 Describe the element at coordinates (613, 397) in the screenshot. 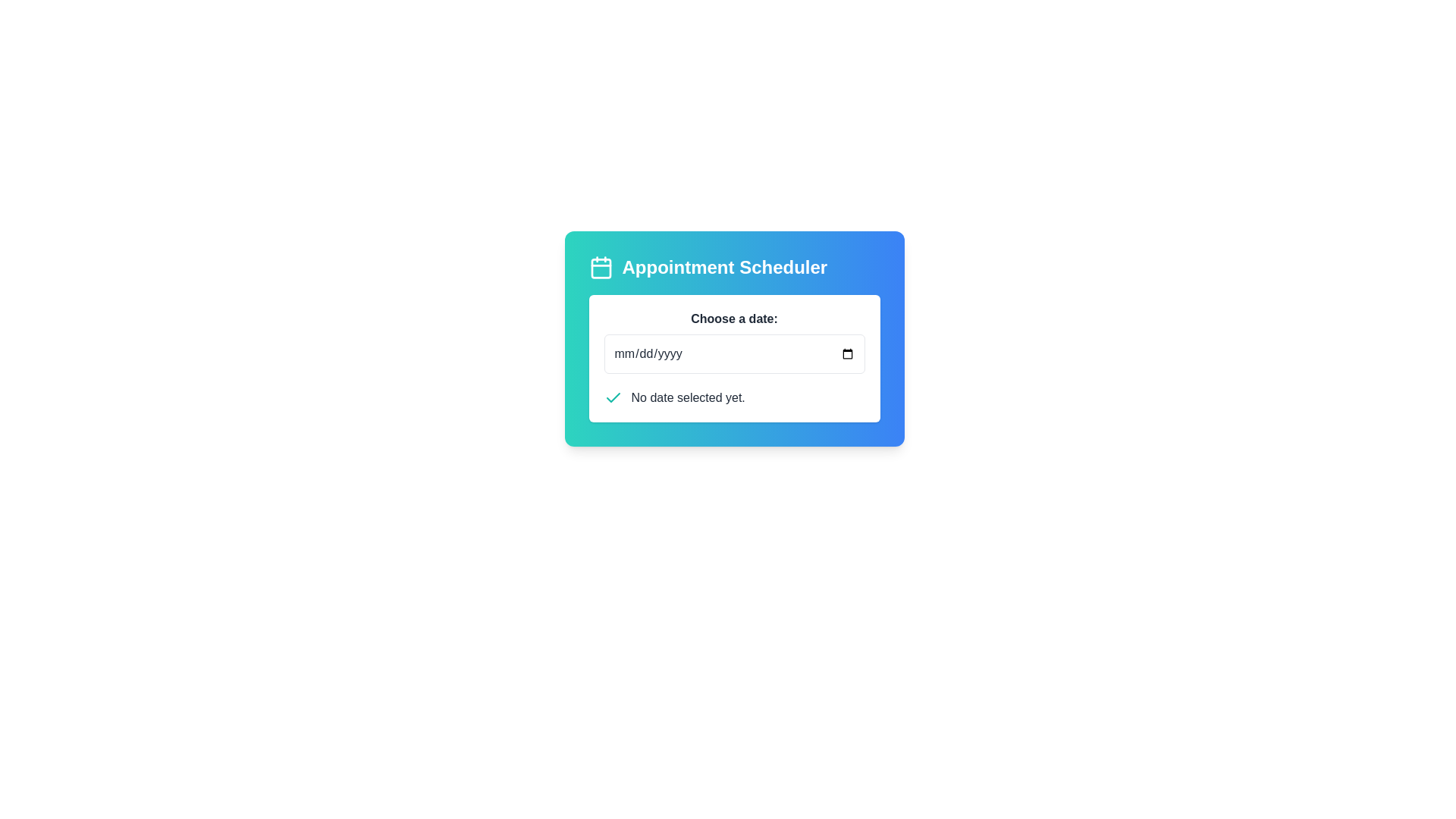

I see `the Checkmark icon that indicates a selection or confirmation status, positioned to the left of the text 'No date selected yet.'` at that location.